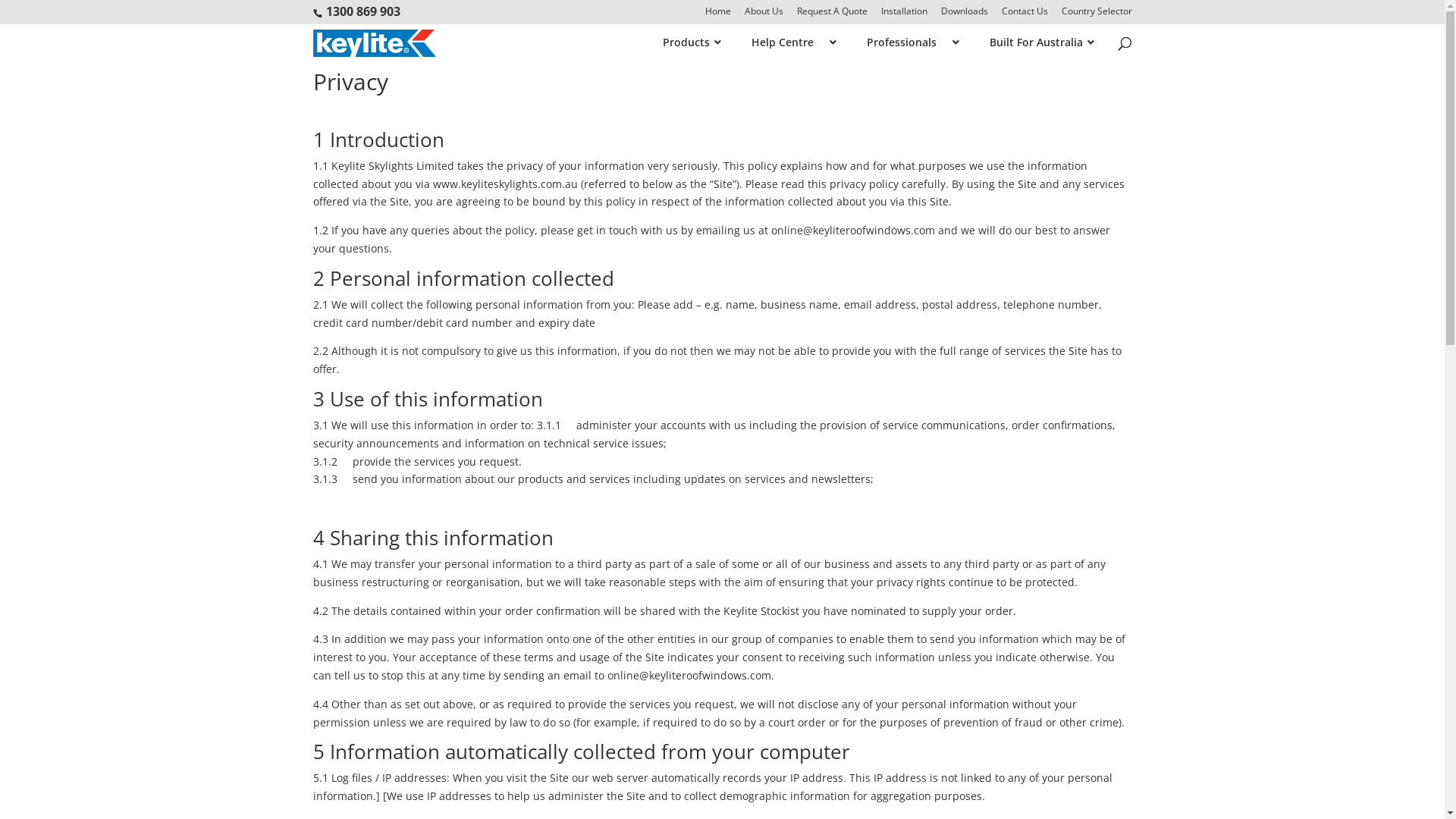 This screenshot has height=819, width=1456. Describe the element at coordinates (905, 42) in the screenshot. I see `'Professionals'` at that location.